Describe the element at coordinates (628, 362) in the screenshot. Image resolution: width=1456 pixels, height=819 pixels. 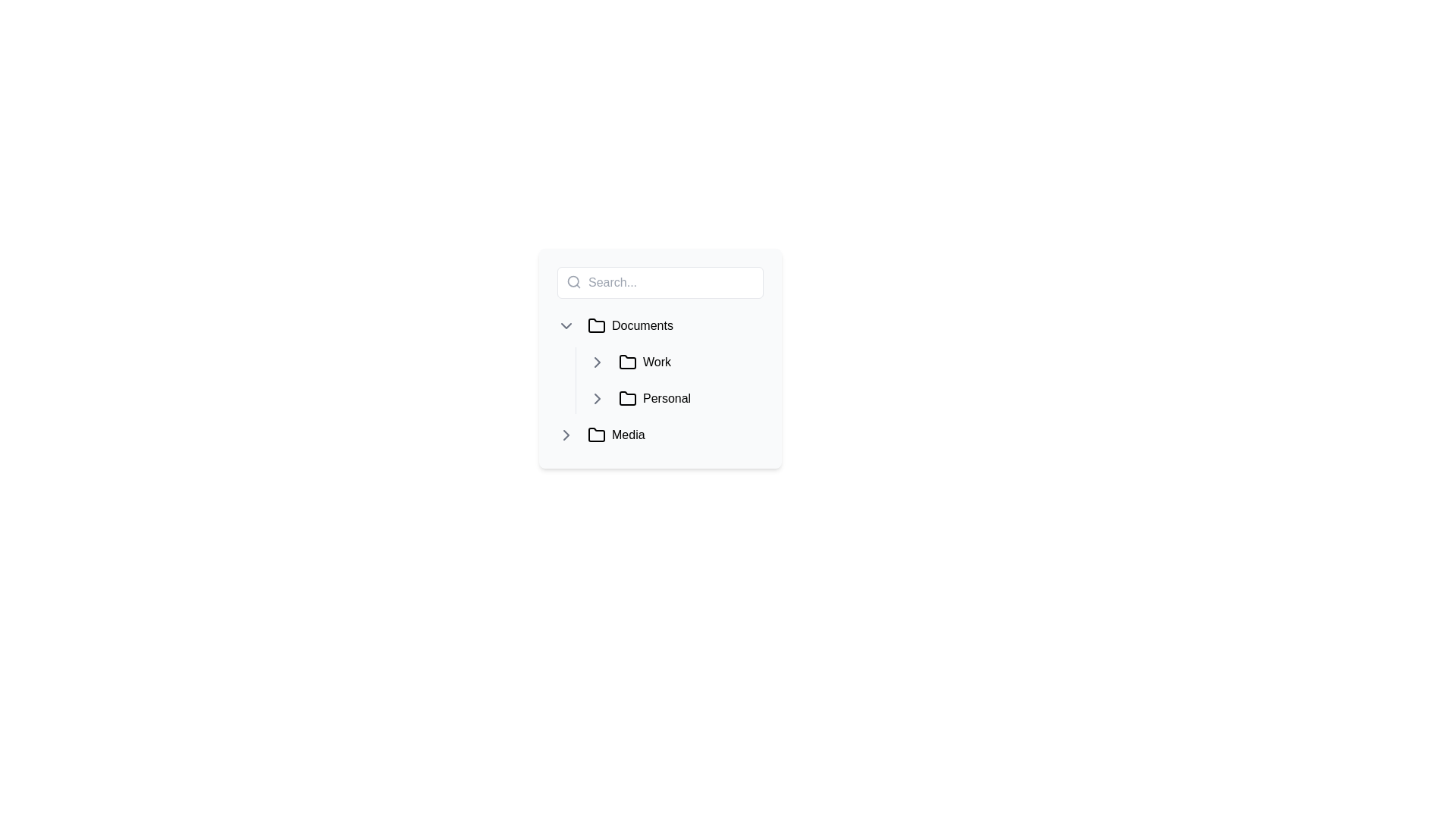
I see `the folder icon representing the 'Work' subfolder located in the 'Documents' section of the file navigation panel` at that location.